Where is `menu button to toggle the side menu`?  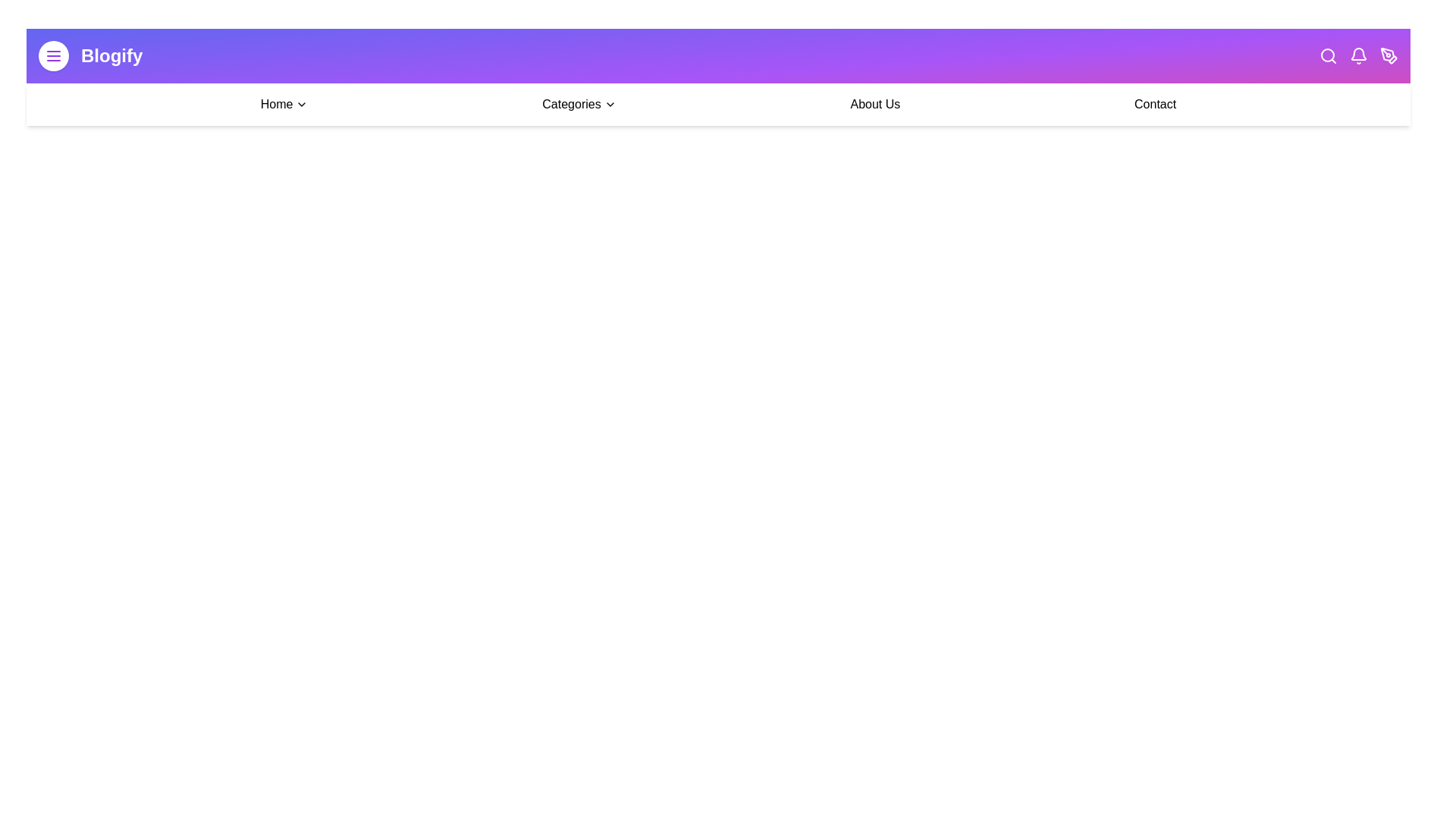 menu button to toggle the side menu is located at coordinates (54, 55).